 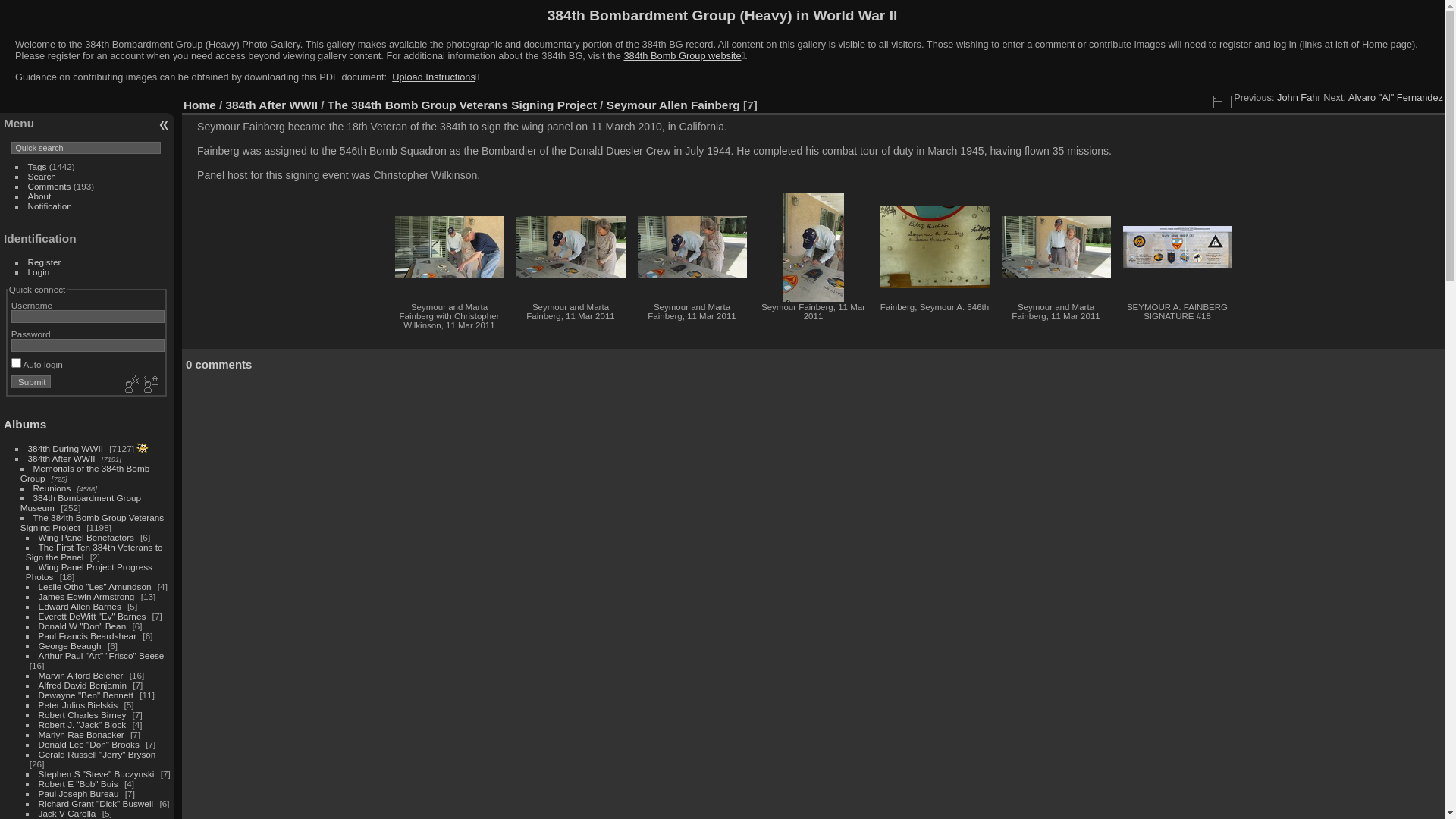 I want to click on 'Login', so click(x=39, y=271).